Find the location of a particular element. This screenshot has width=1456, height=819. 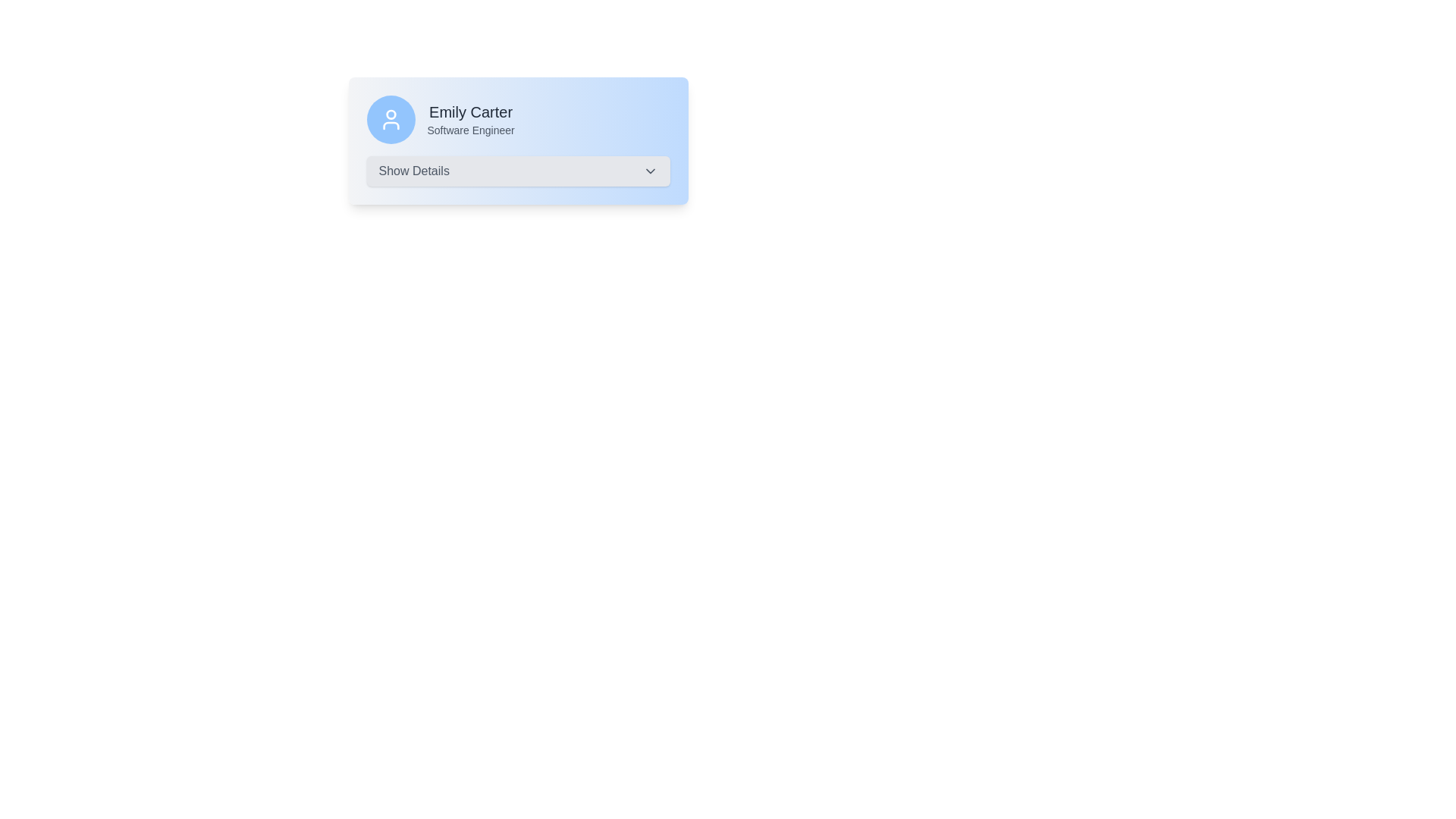

the avatar icon located to the left of the text 'Emily Carter', which represents the user's profile is located at coordinates (391, 119).